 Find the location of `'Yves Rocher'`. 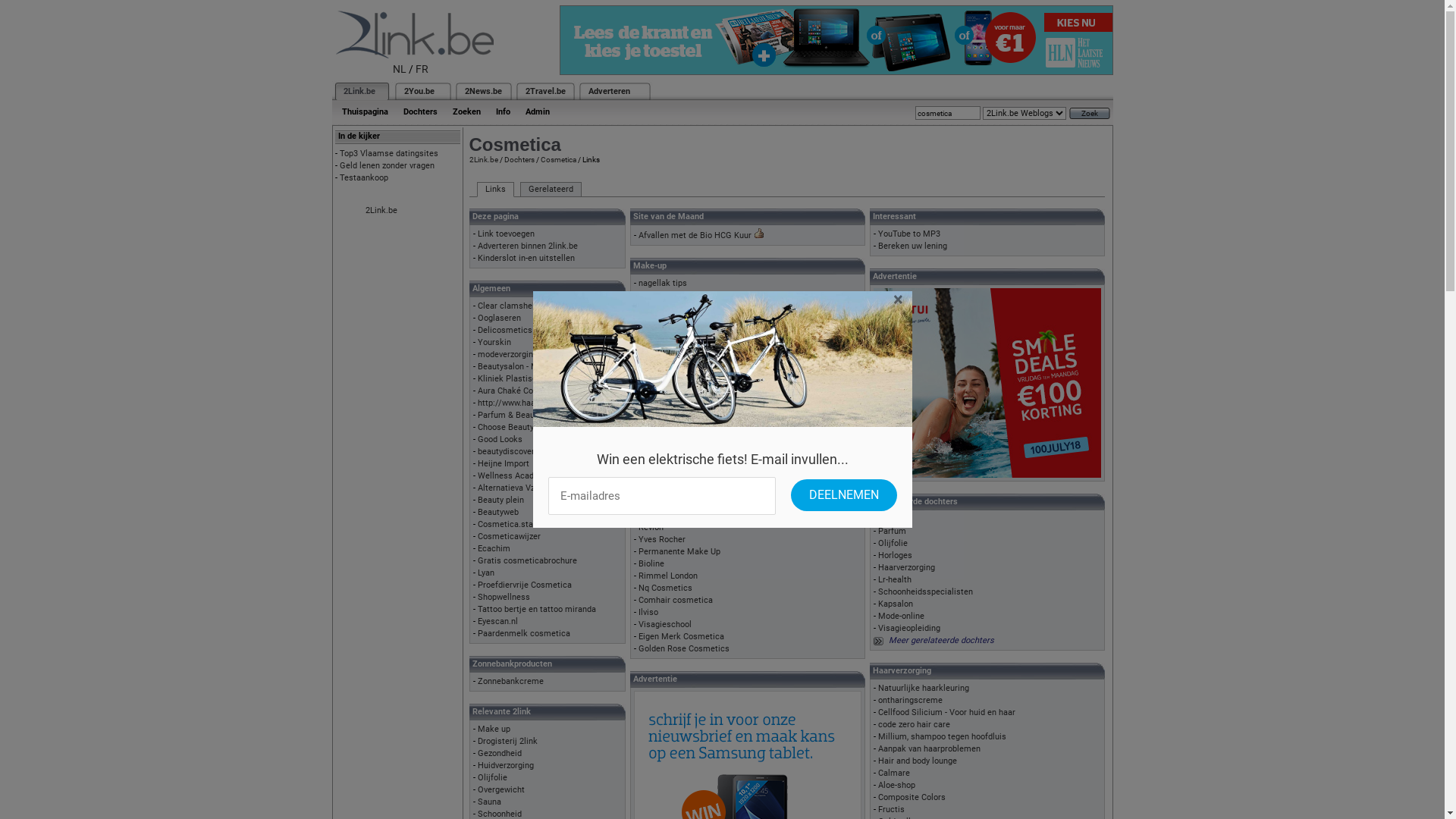

'Yves Rocher' is located at coordinates (662, 538).